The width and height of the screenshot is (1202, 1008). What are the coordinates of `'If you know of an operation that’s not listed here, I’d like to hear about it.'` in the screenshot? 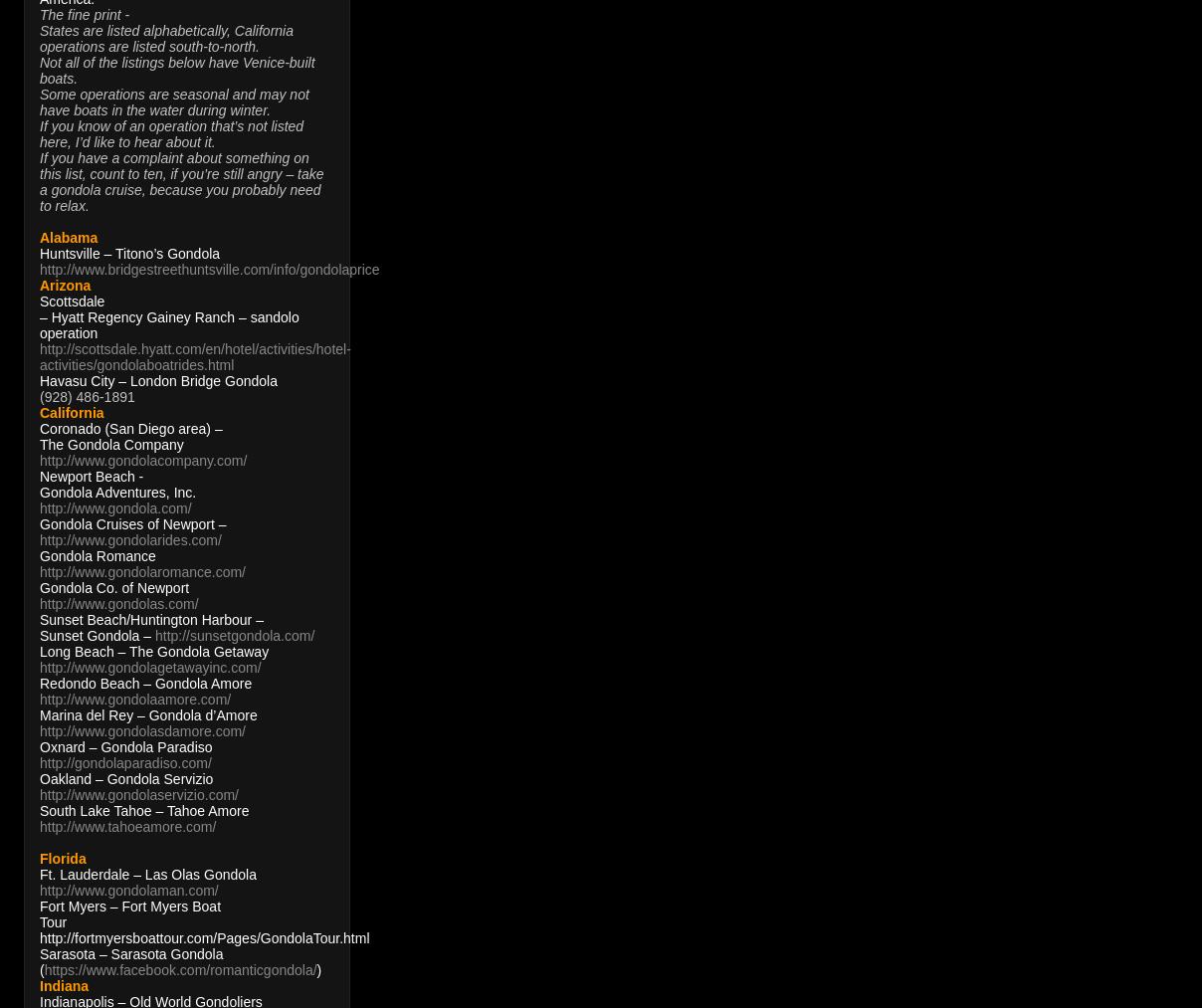 It's located at (171, 134).